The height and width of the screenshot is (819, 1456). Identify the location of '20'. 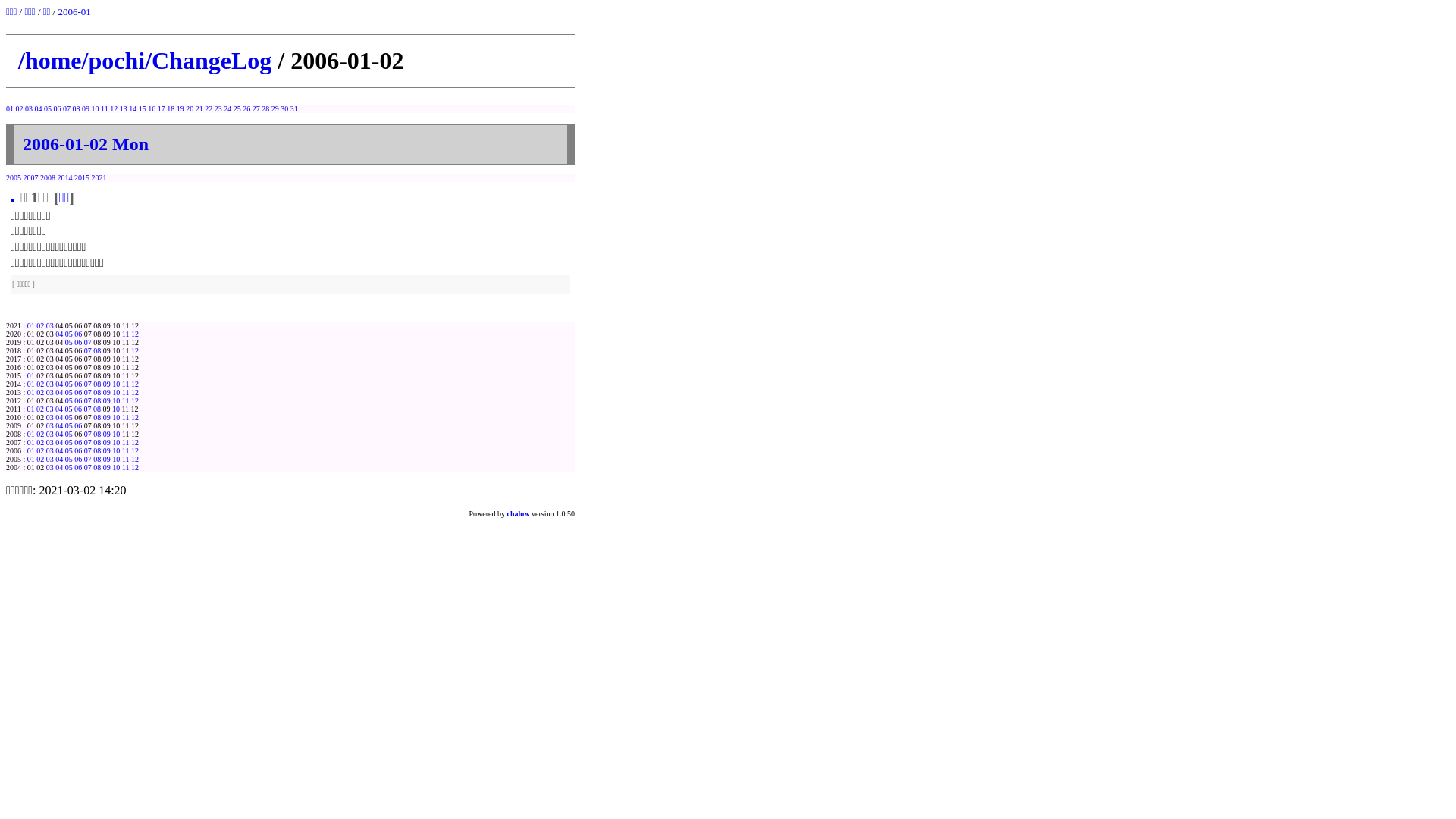
(188, 108).